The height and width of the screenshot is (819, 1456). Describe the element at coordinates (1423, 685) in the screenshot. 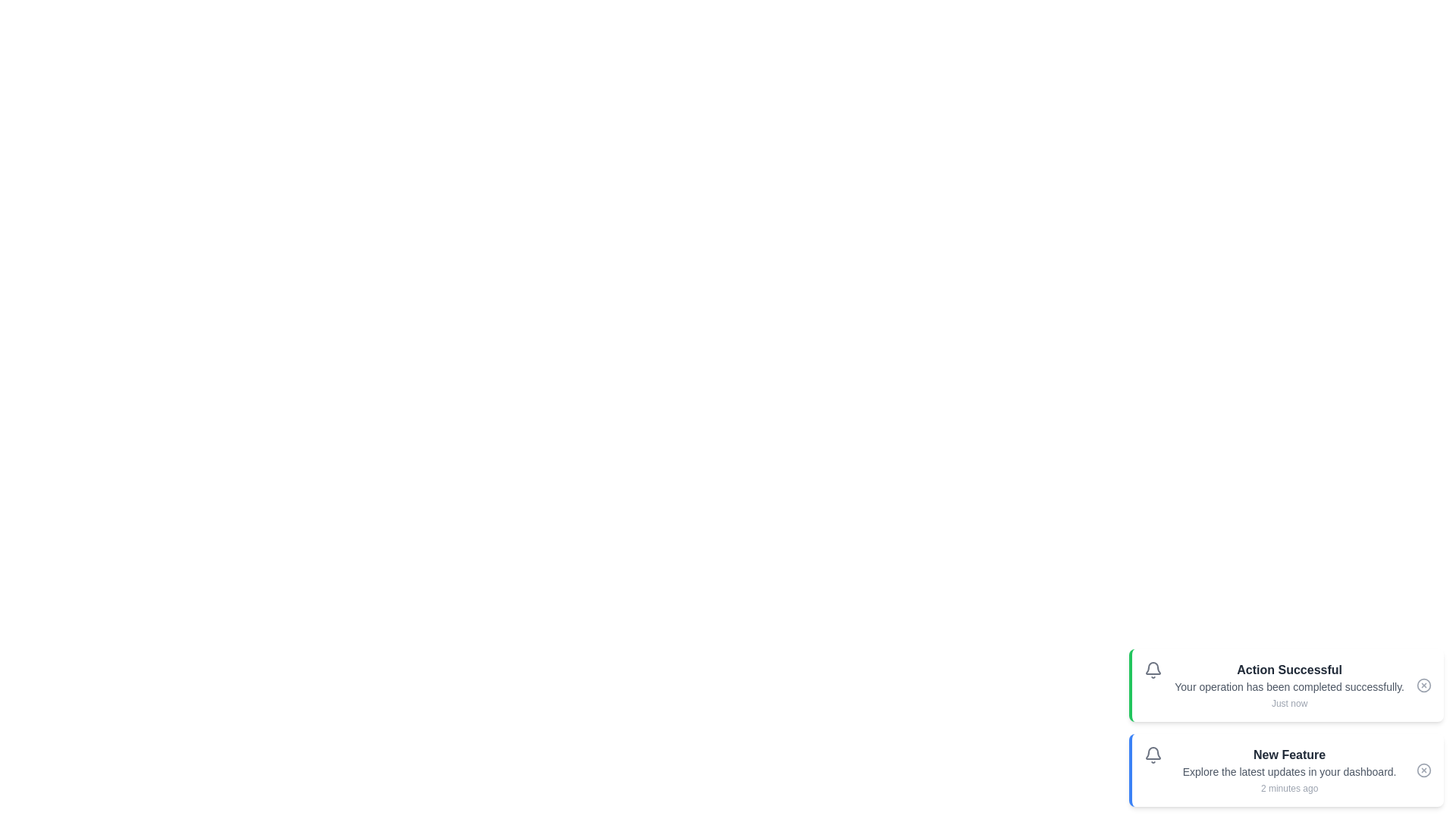

I see `the circular graphic within the SVG that represents a cancel or close action, which is part of the icon adjacent to the 'Action Successful' notification` at that location.